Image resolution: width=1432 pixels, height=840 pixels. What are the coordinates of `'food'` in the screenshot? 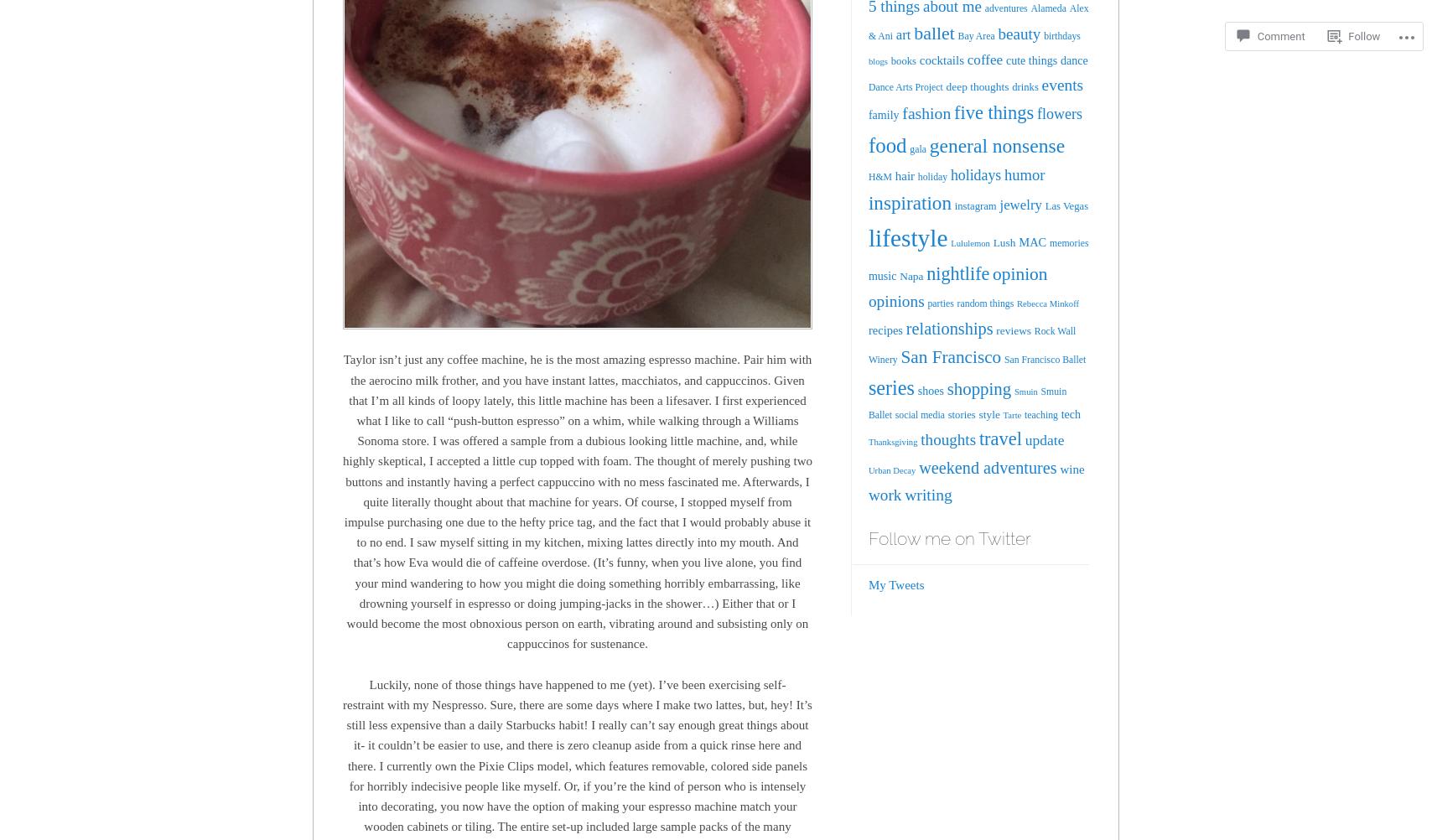 It's located at (886, 144).